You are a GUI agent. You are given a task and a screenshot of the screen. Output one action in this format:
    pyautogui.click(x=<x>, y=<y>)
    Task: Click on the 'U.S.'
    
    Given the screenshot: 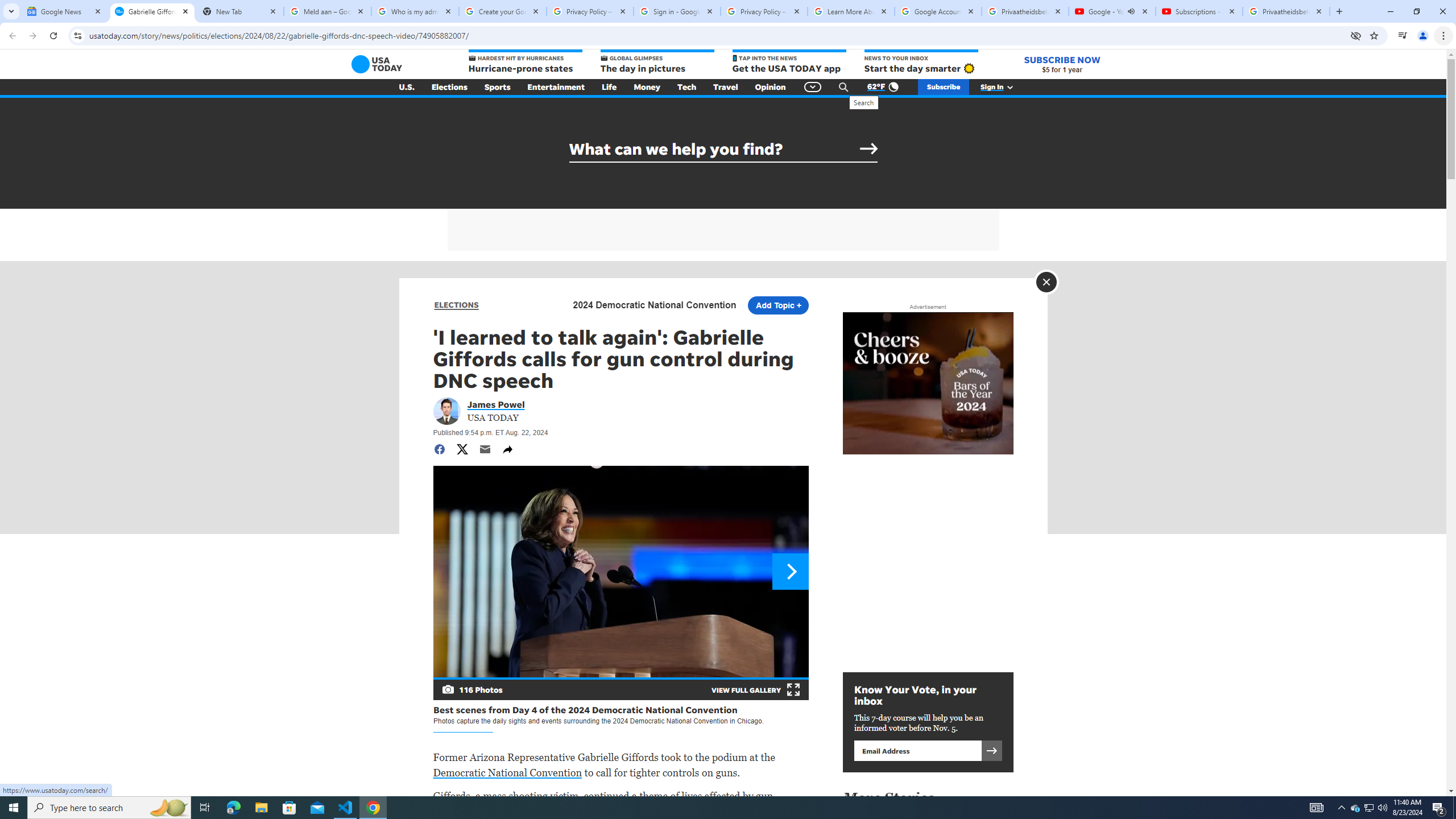 What is the action you would take?
    pyautogui.click(x=406, y=87)
    